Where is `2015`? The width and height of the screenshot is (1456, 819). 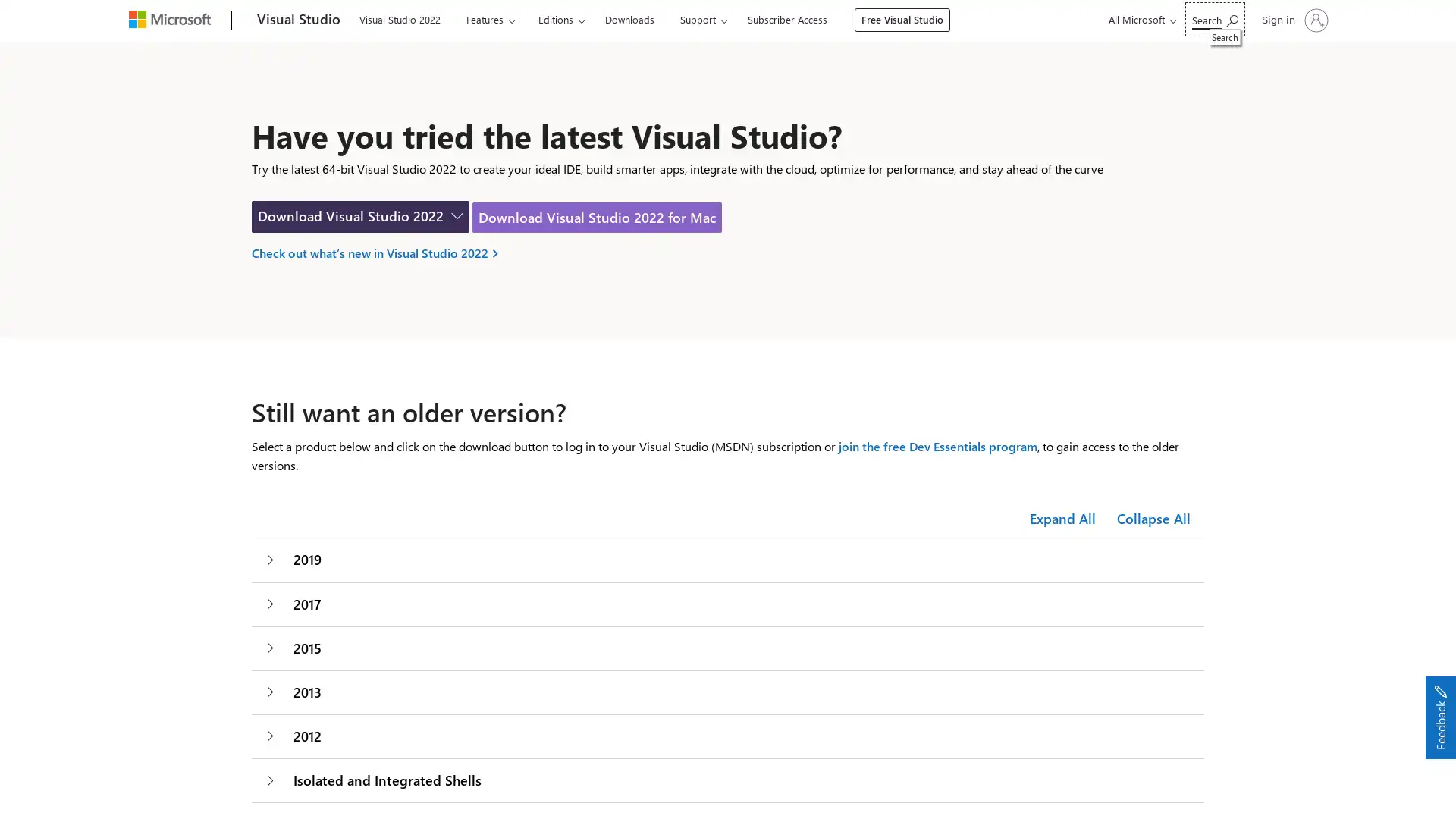
2015 is located at coordinates (728, 648).